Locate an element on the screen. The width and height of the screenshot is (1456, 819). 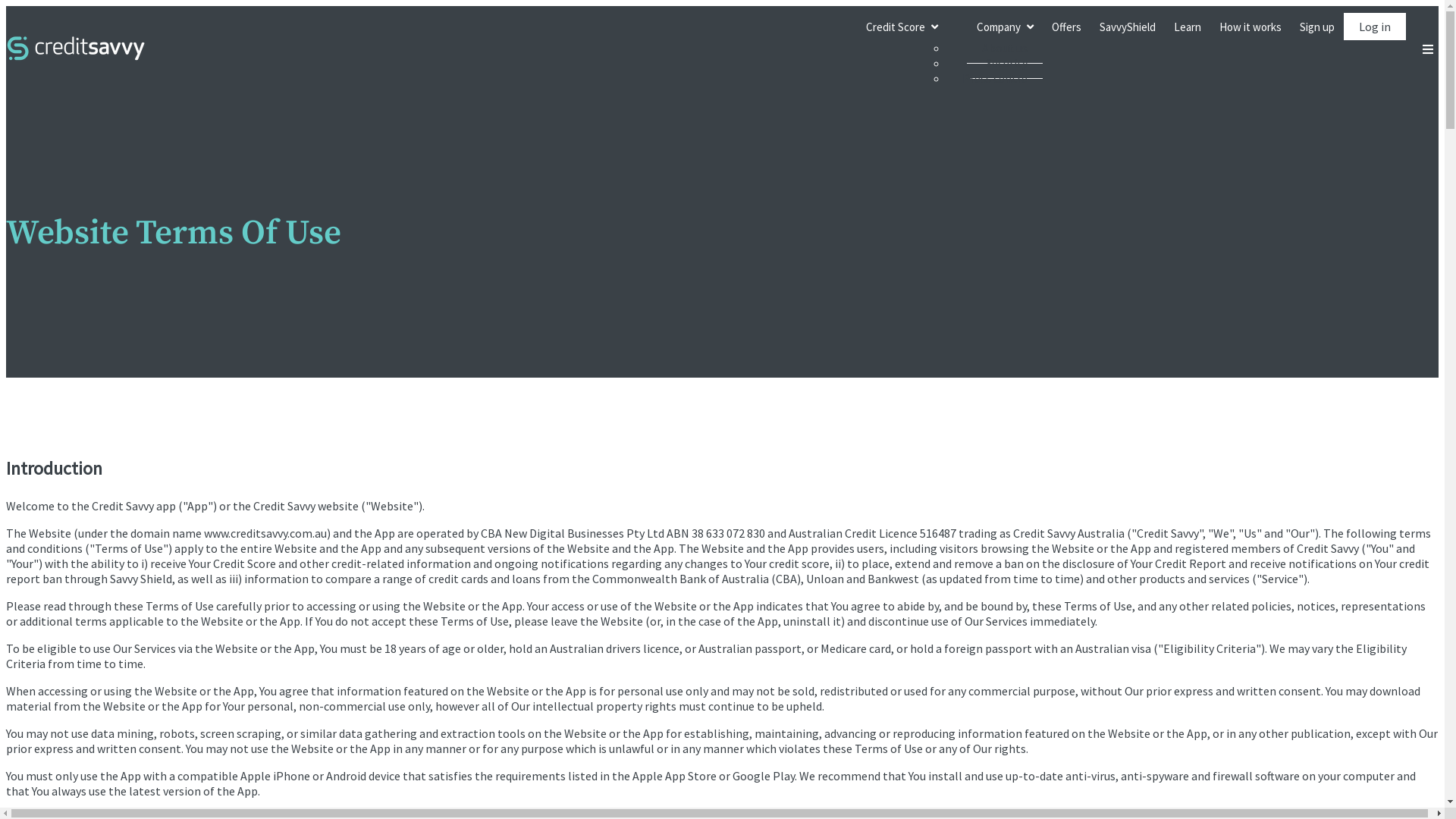
'How it works' is located at coordinates (1250, 27).